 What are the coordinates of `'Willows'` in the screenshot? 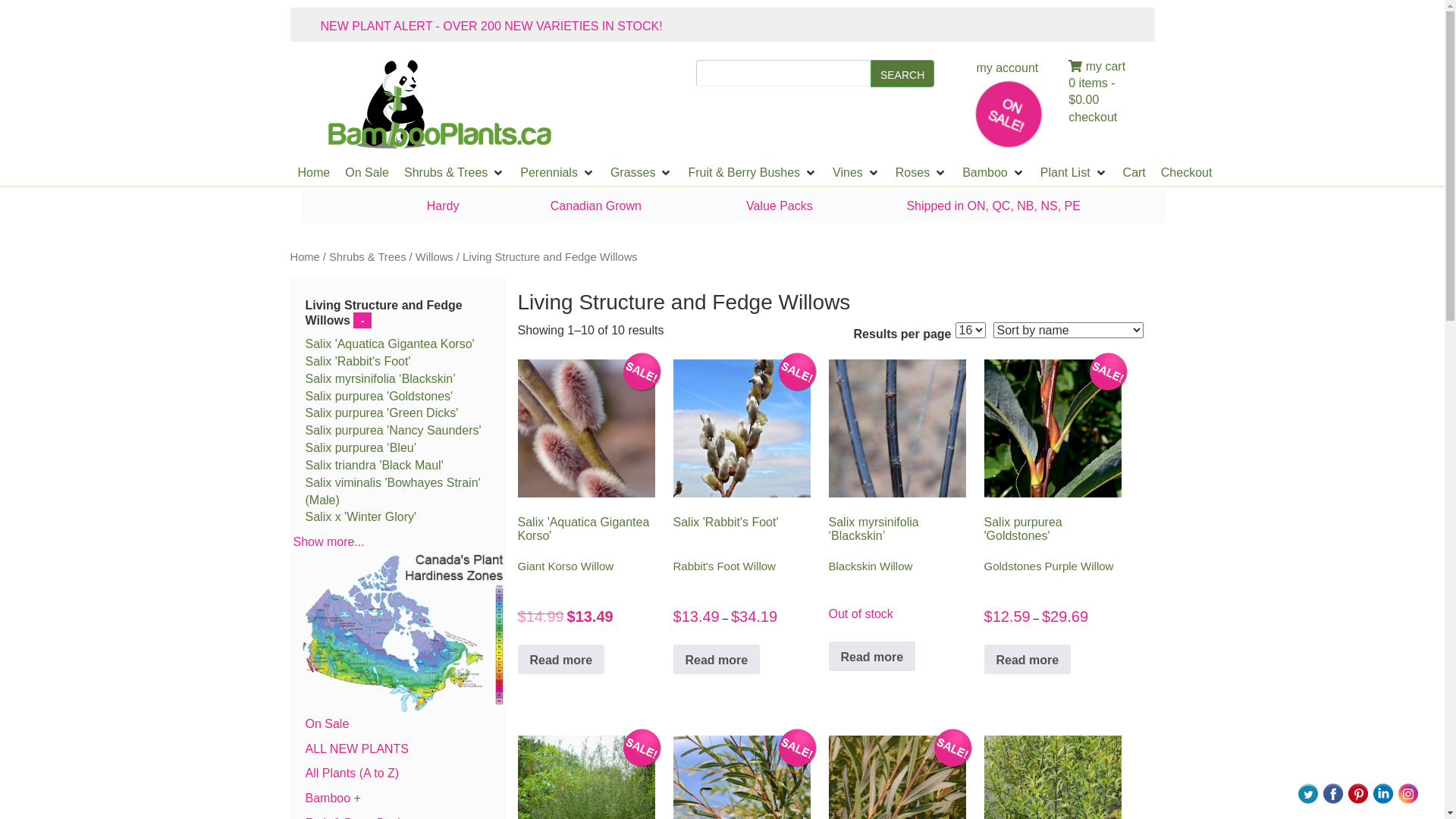 It's located at (433, 256).